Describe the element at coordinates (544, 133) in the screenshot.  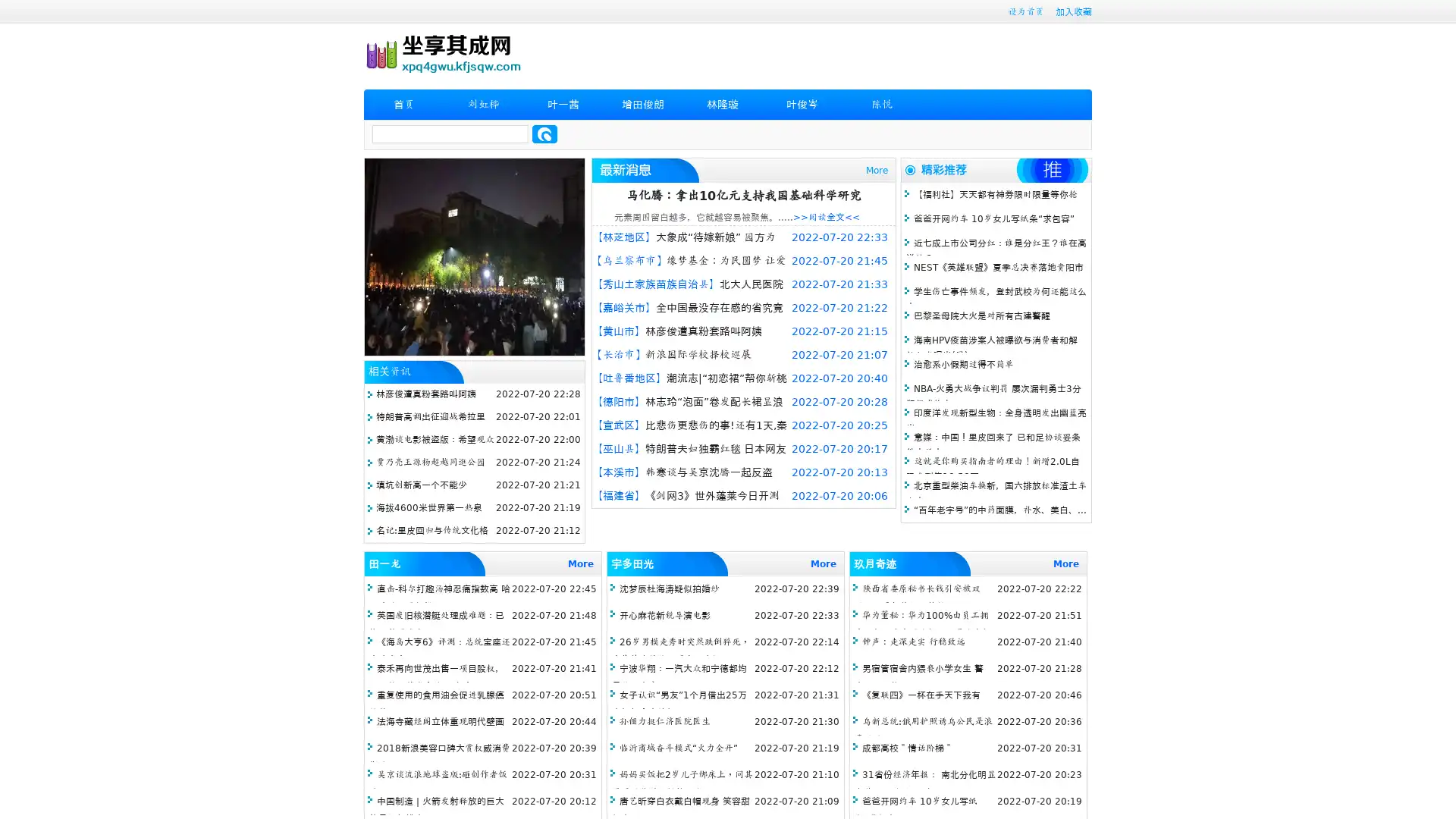
I see `Search` at that location.